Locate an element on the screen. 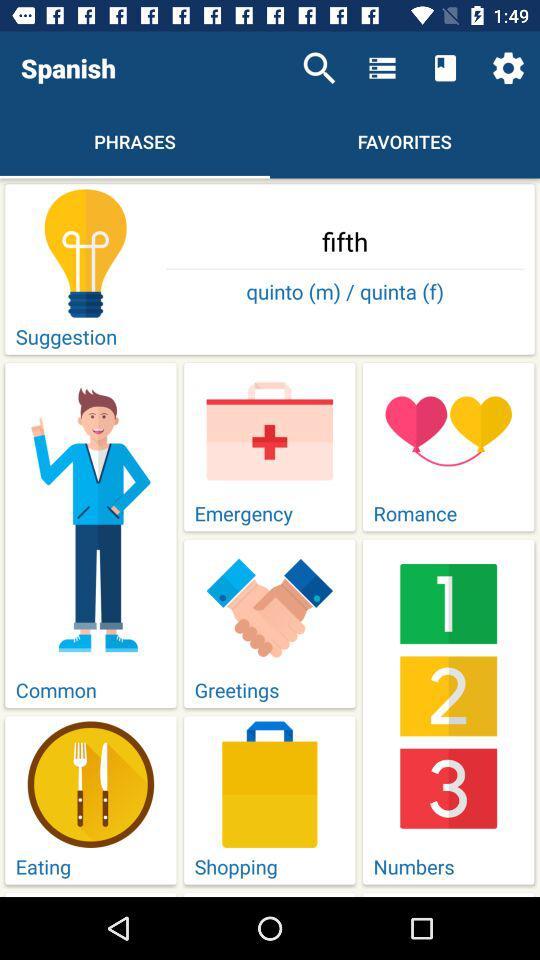 The height and width of the screenshot is (960, 540). item above fifth icon is located at coordinates (319, 68).